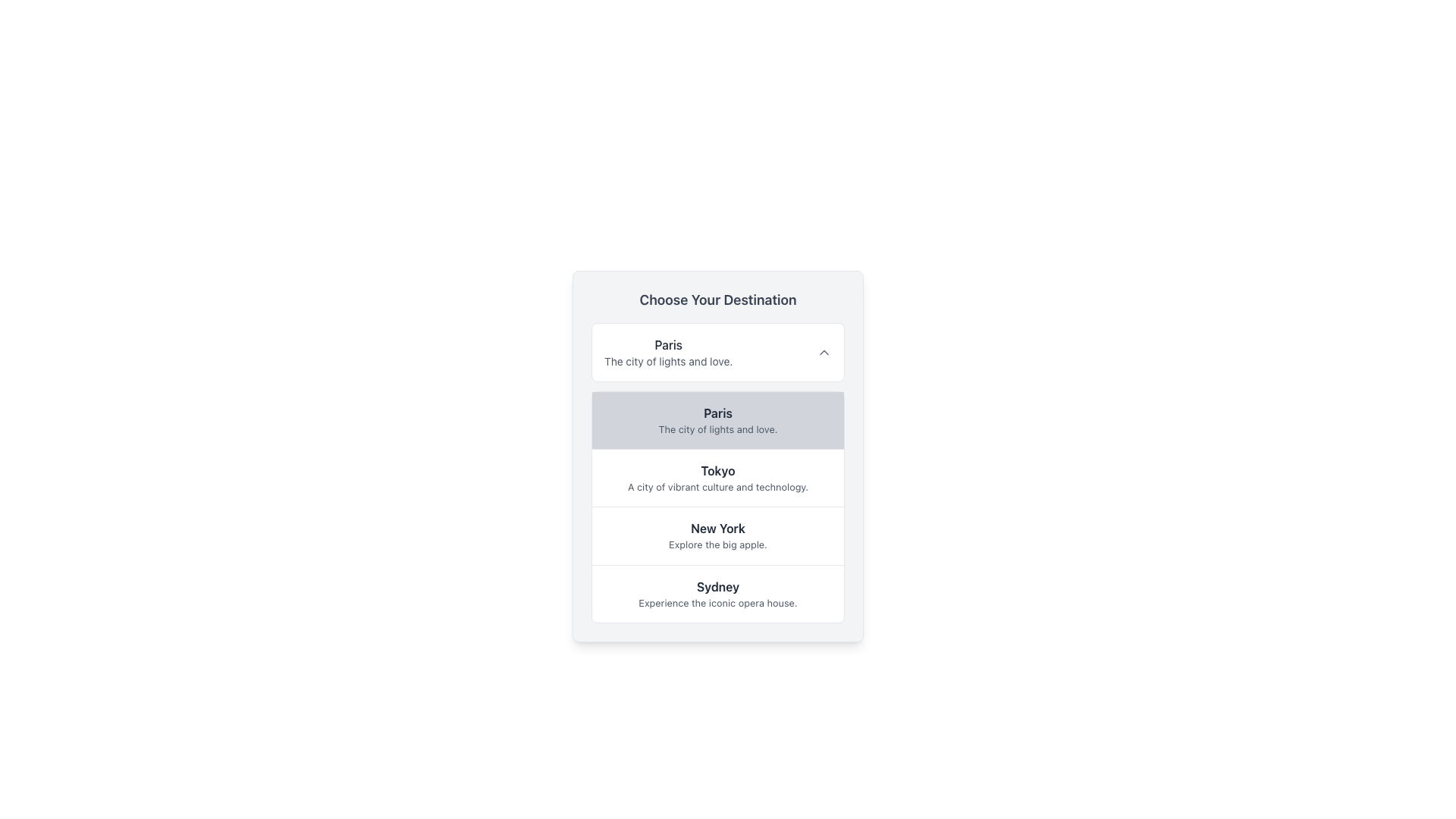 The height and width of the screenshot is (819, 1456). I want to click on the text label providing additional information about the destination 'Paris' within the list of destinations, so click(717, 429).